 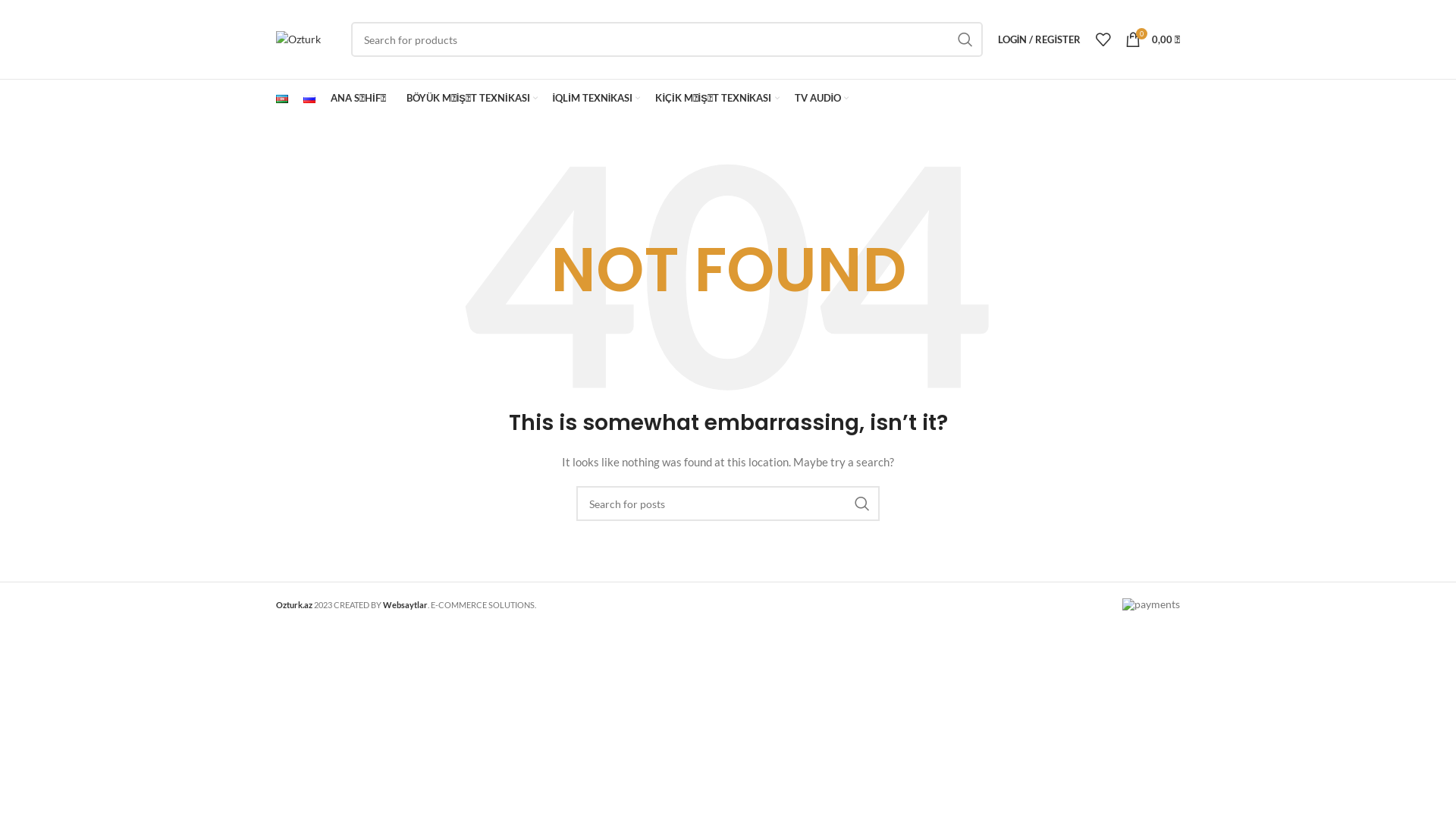 I want to click on 'SEARCH', so click(x=964, y=38).